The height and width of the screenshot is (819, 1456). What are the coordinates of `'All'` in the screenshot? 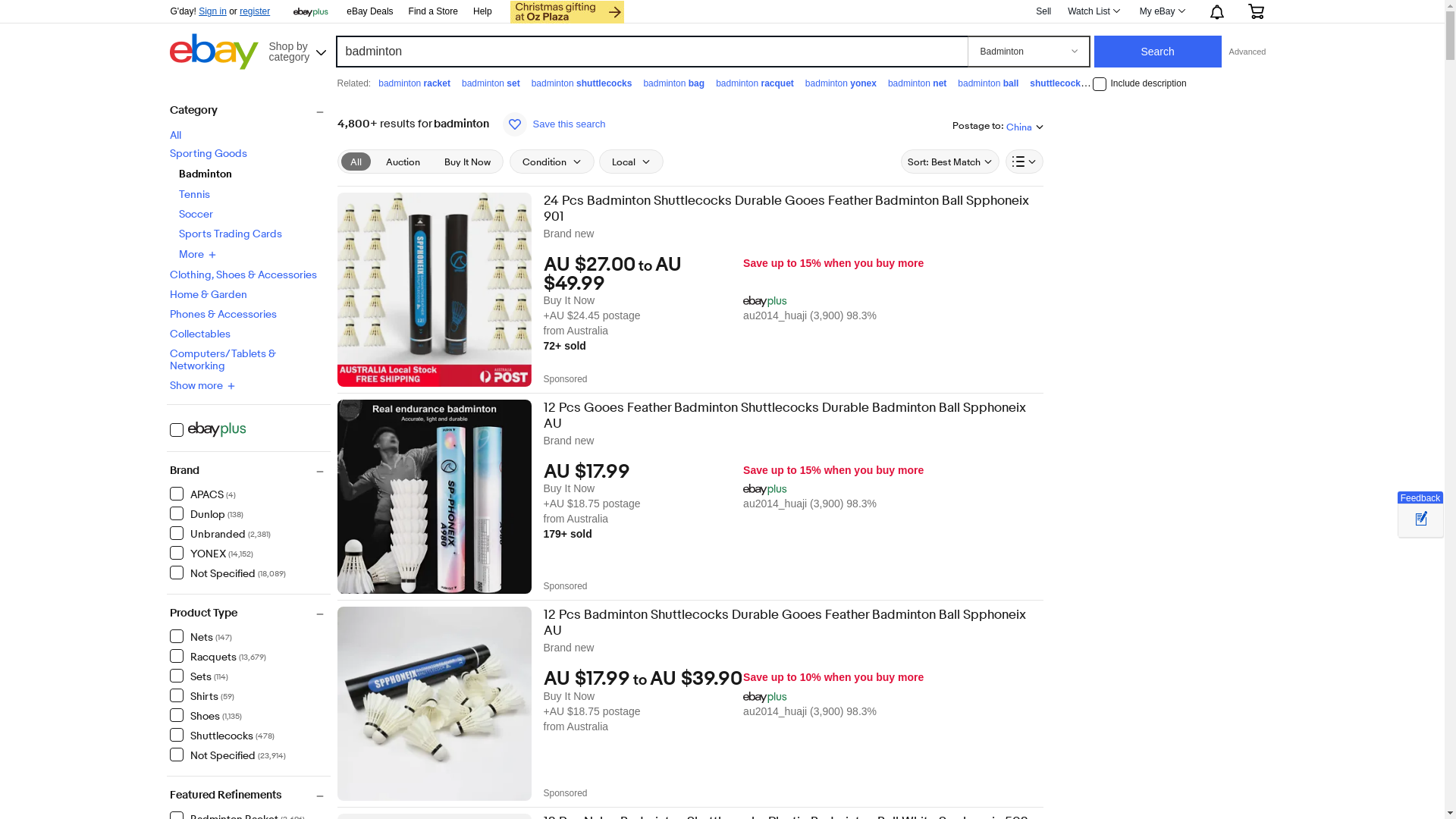 It's located at (170, 133).